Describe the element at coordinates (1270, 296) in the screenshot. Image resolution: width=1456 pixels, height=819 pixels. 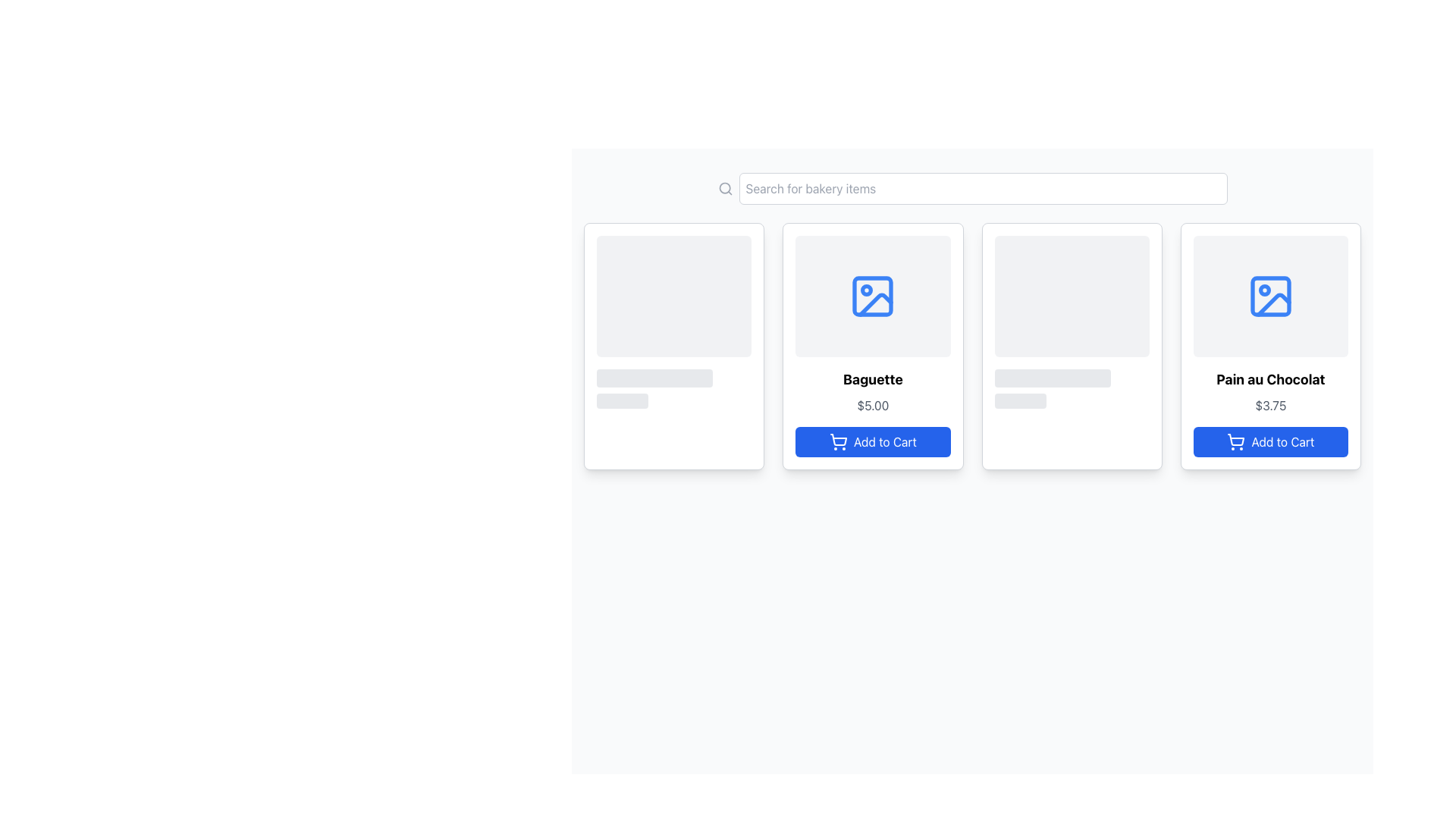
I see `the icon representing the image placeholder in the rightmost product card labeled 'Pain au Chocolat'` at that location.